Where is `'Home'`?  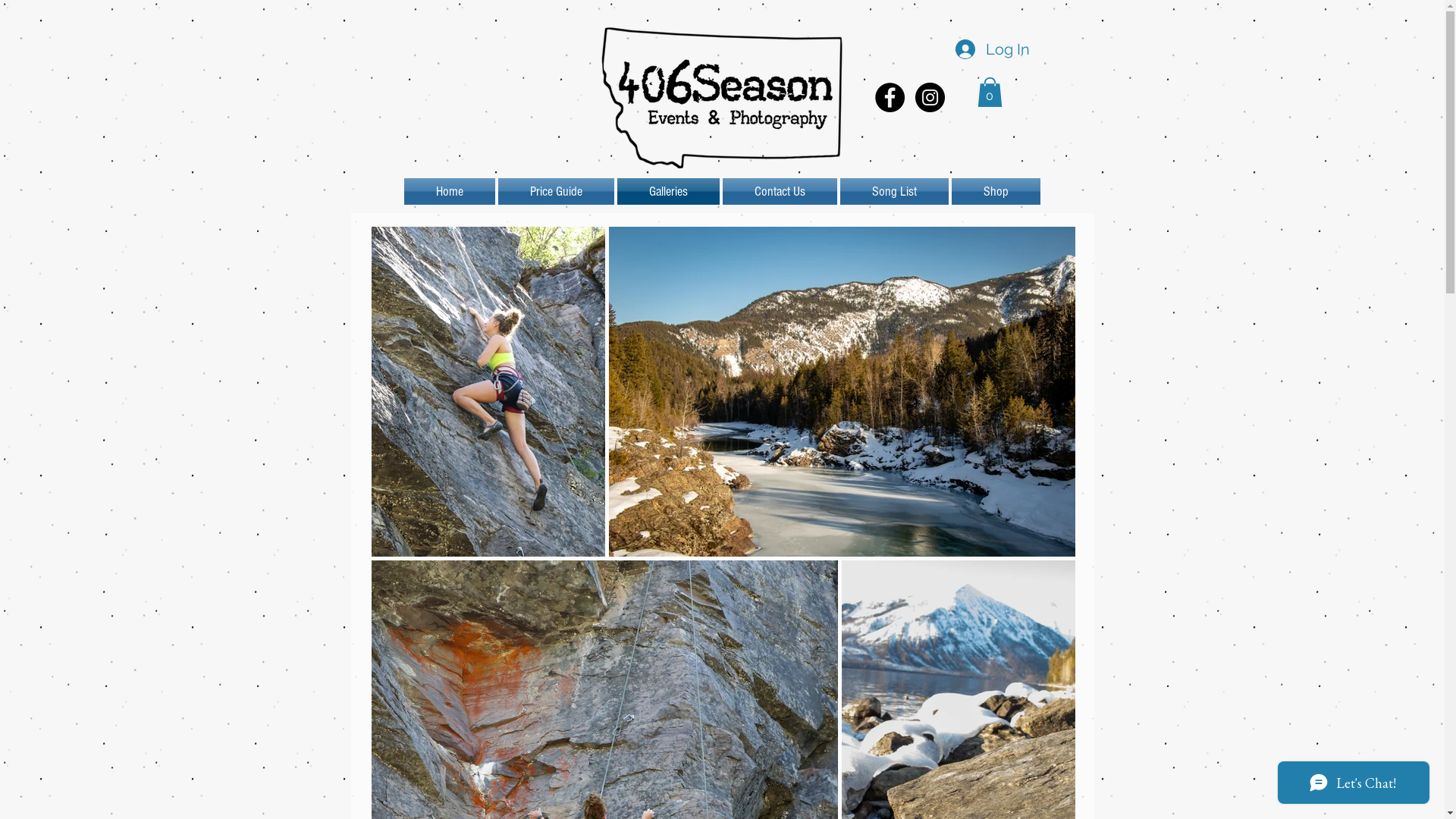
'Home' is located at coordinates (403, 190).